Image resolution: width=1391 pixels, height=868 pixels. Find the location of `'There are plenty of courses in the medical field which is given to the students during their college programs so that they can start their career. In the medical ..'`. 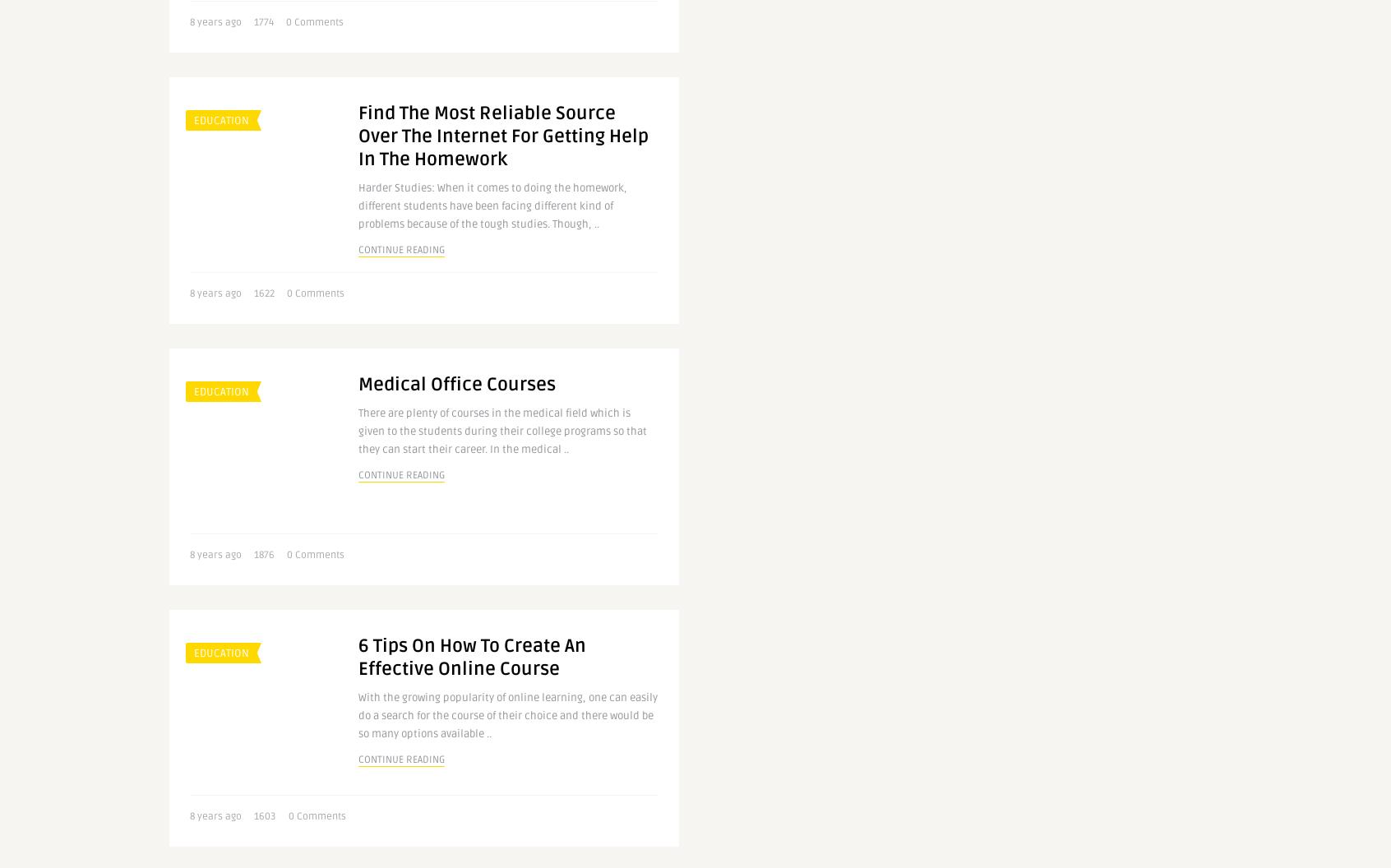

'There are plenty of courses in the medical field which is given to the students during their college programs so that they can start their career. In the medical ..' is located at coordinates (501, 431).